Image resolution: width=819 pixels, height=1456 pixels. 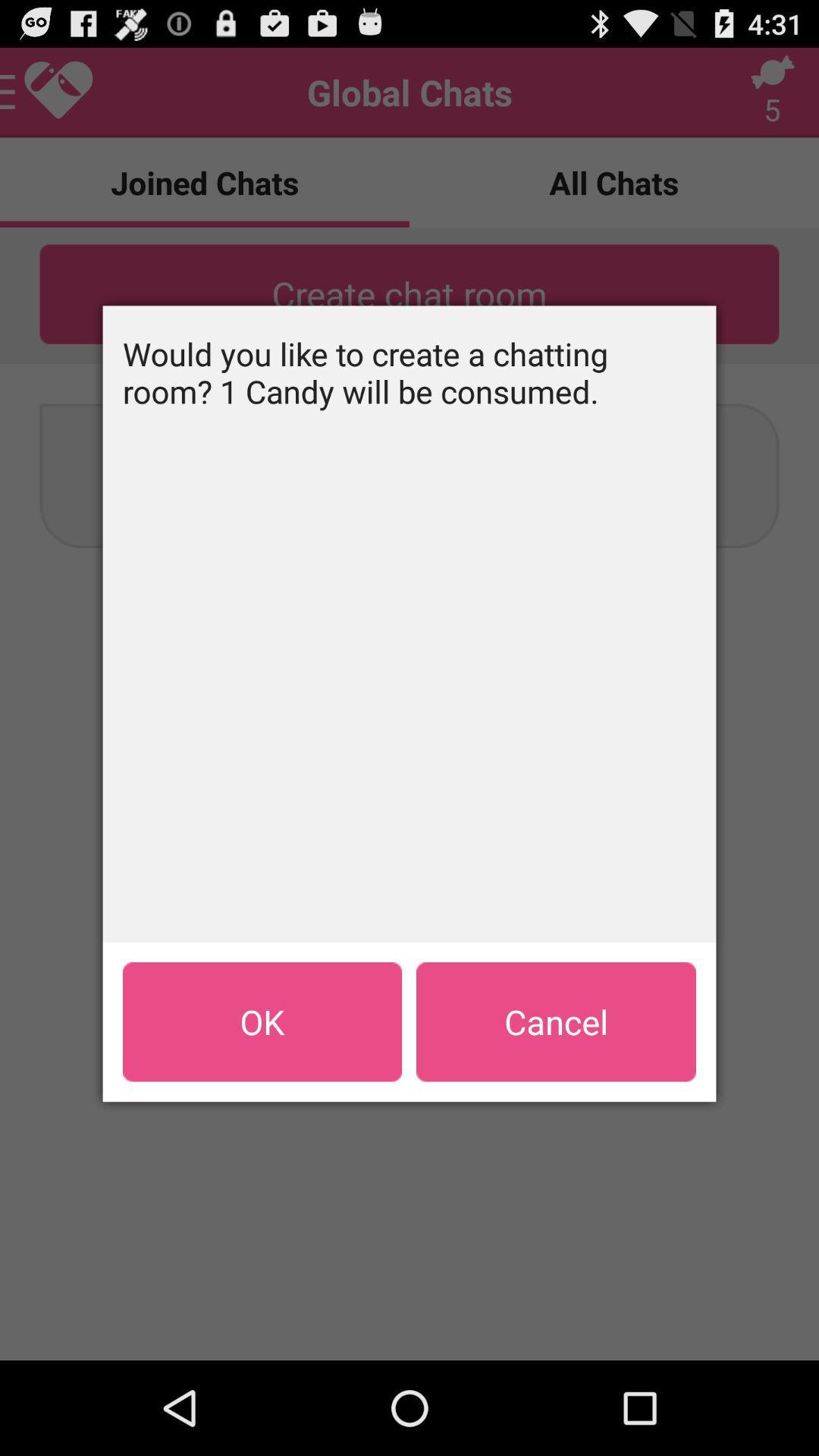 I want to click on cancel at the bottom right corner, so click(x=556, y=1021).